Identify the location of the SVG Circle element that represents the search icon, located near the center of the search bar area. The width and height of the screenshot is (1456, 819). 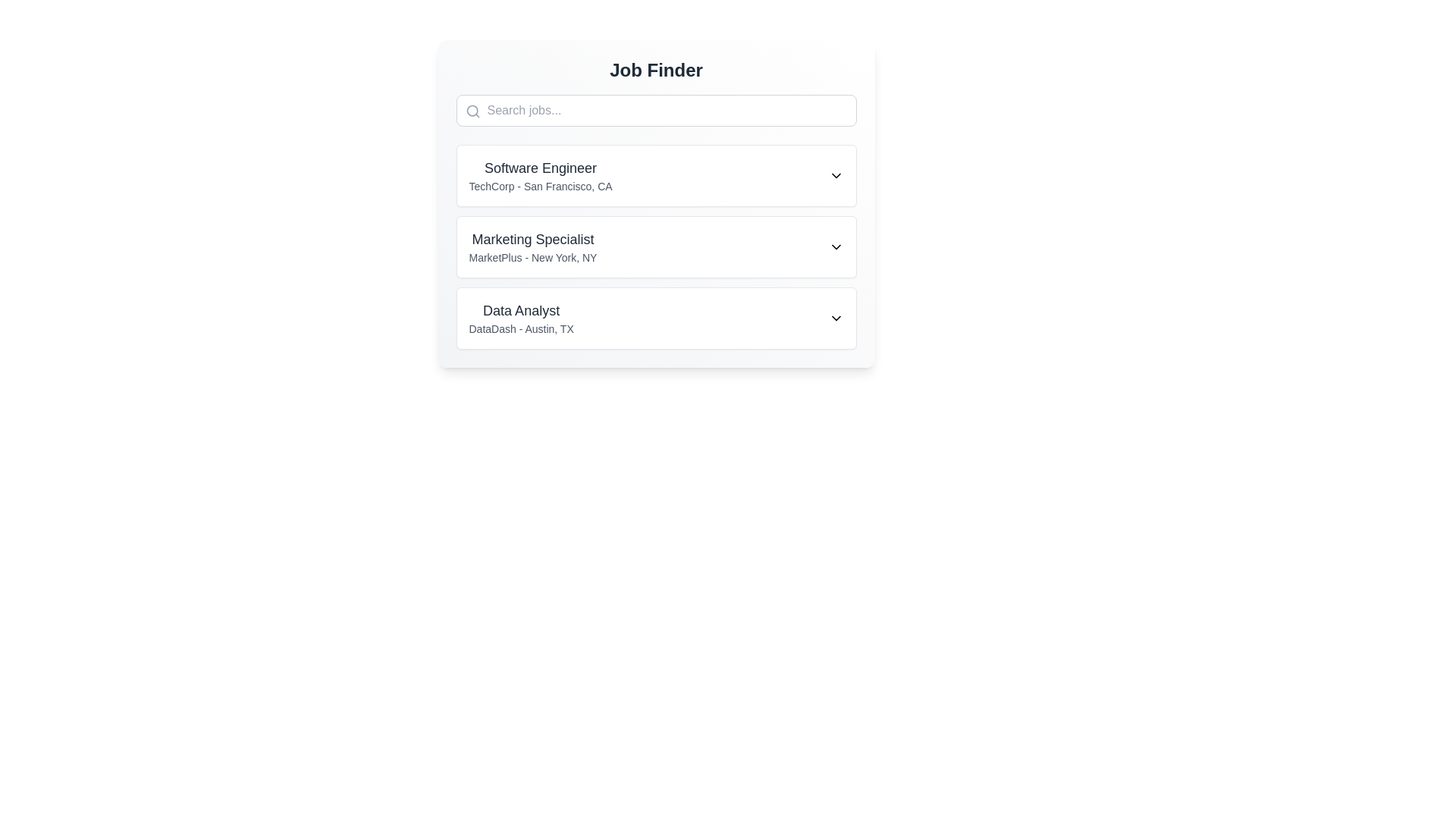
(471, 110).